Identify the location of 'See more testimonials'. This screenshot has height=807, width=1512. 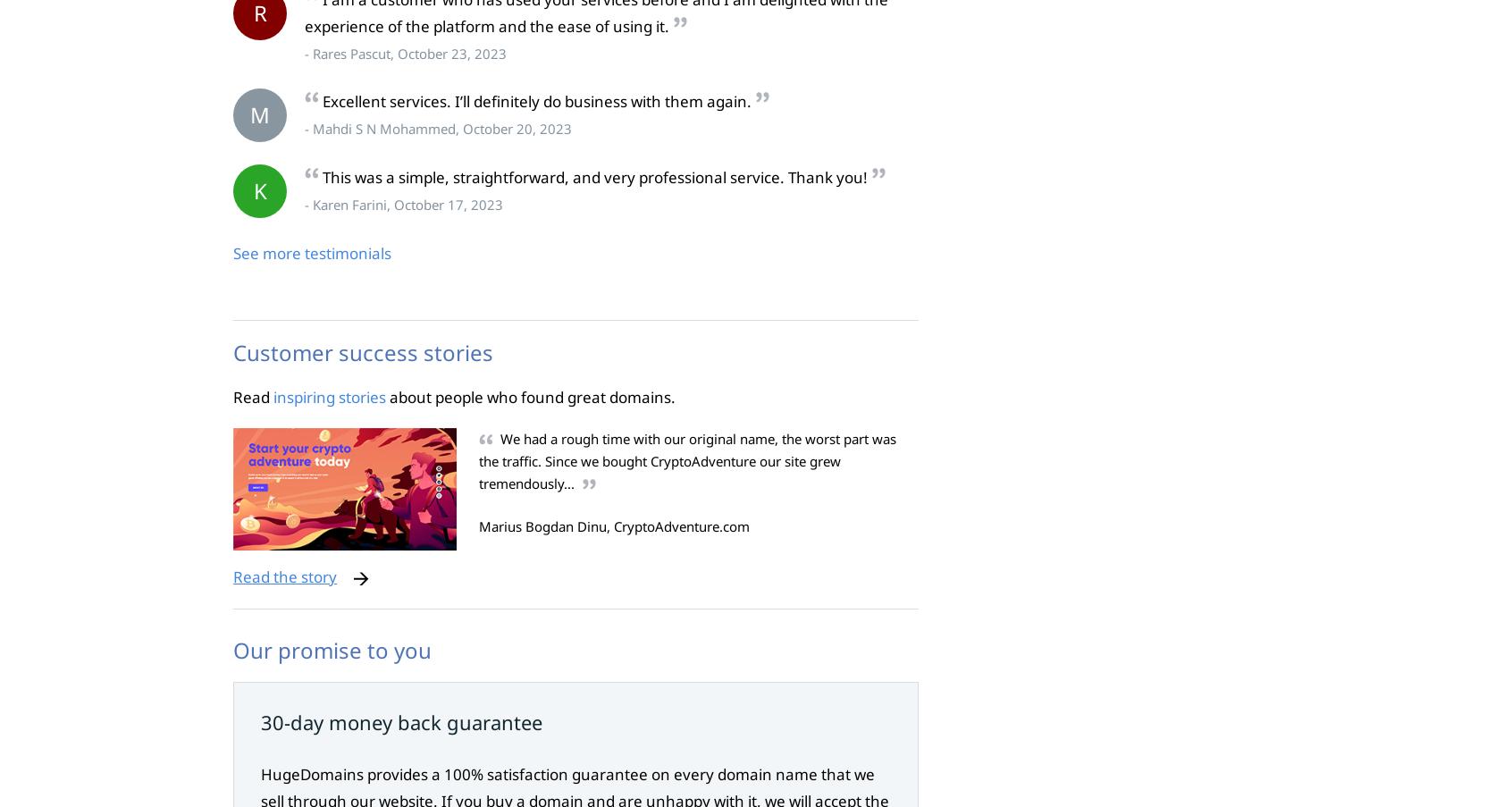
(311, 252).